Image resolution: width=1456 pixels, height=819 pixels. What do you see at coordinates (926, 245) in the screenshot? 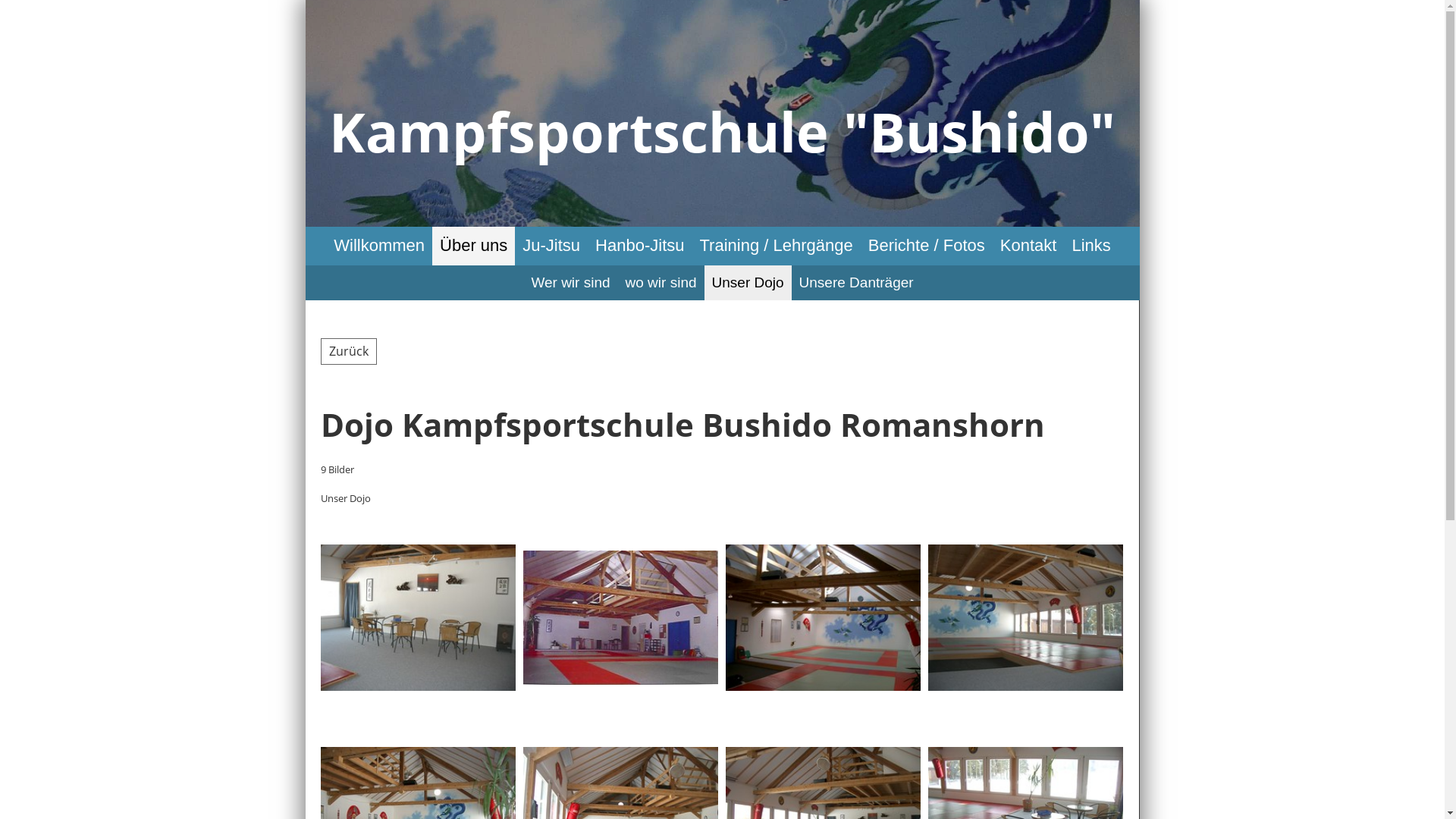
I see `'Berichte / Fotos'` at bounding box center [926, 245].